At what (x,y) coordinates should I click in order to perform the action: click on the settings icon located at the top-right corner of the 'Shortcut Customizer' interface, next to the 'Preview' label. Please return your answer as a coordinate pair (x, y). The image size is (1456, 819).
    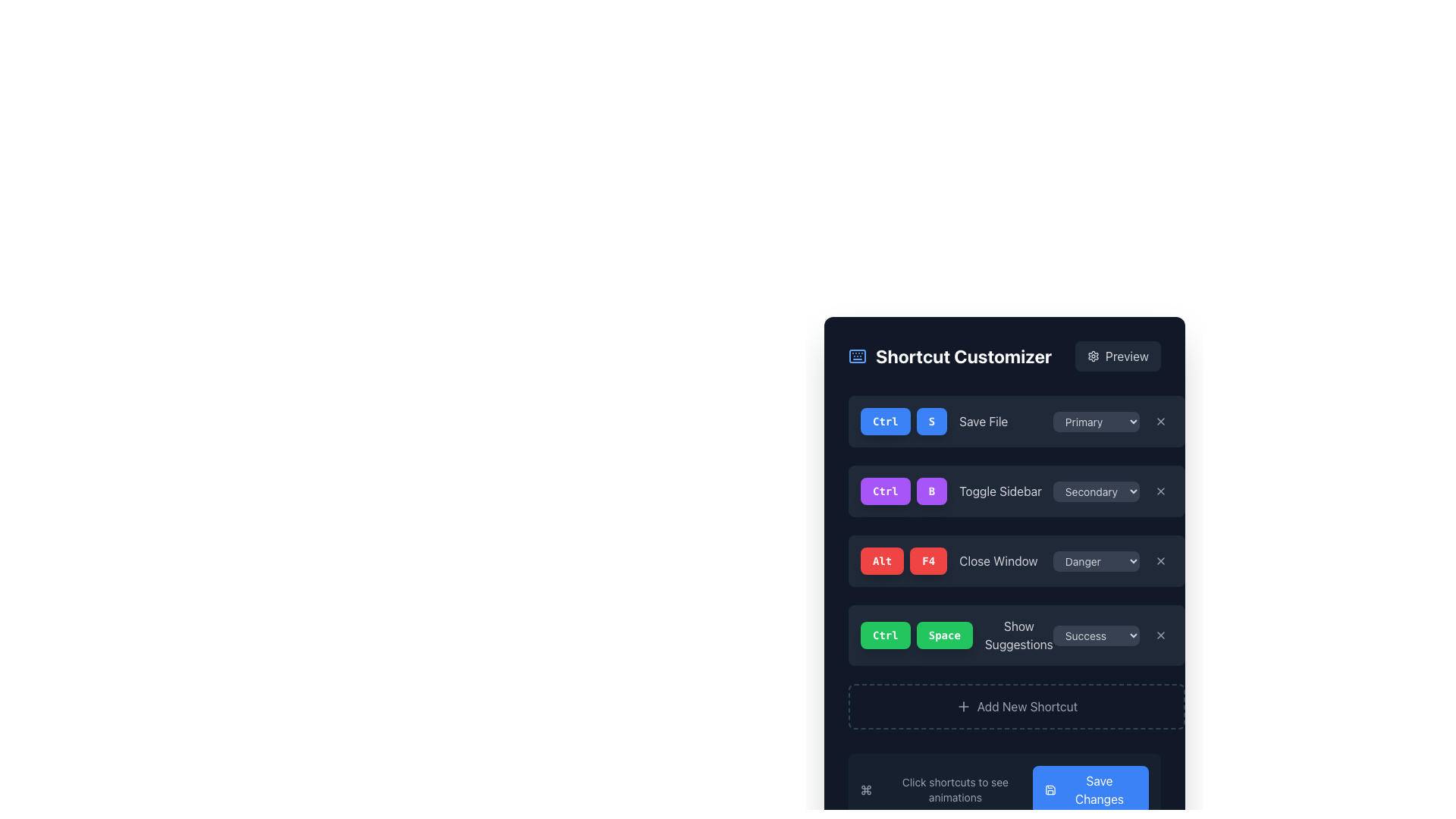
    Looking at the image, I should click on (1094, 356).